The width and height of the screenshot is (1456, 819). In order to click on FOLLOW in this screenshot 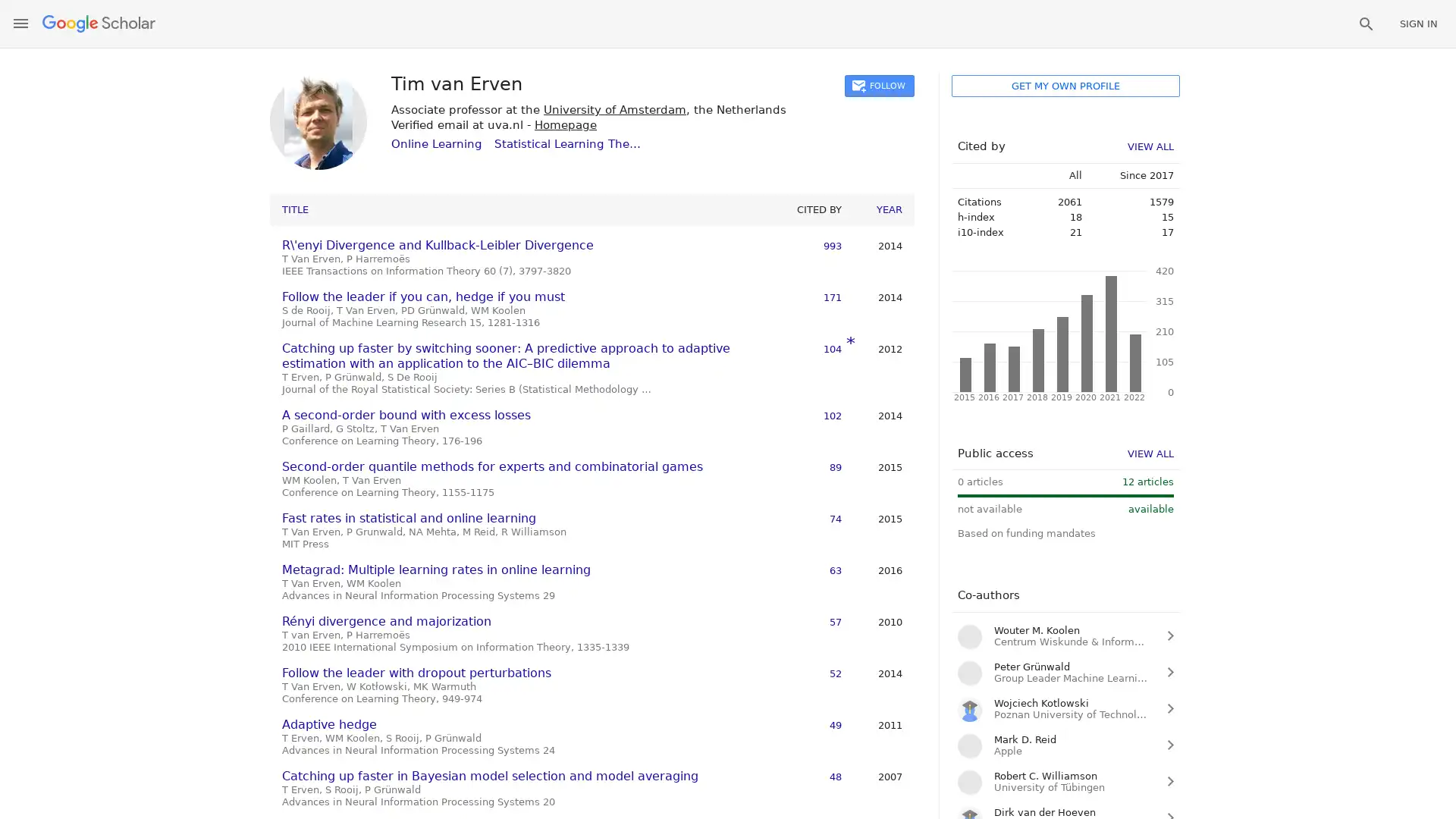, I will do `click(880, 86)`.